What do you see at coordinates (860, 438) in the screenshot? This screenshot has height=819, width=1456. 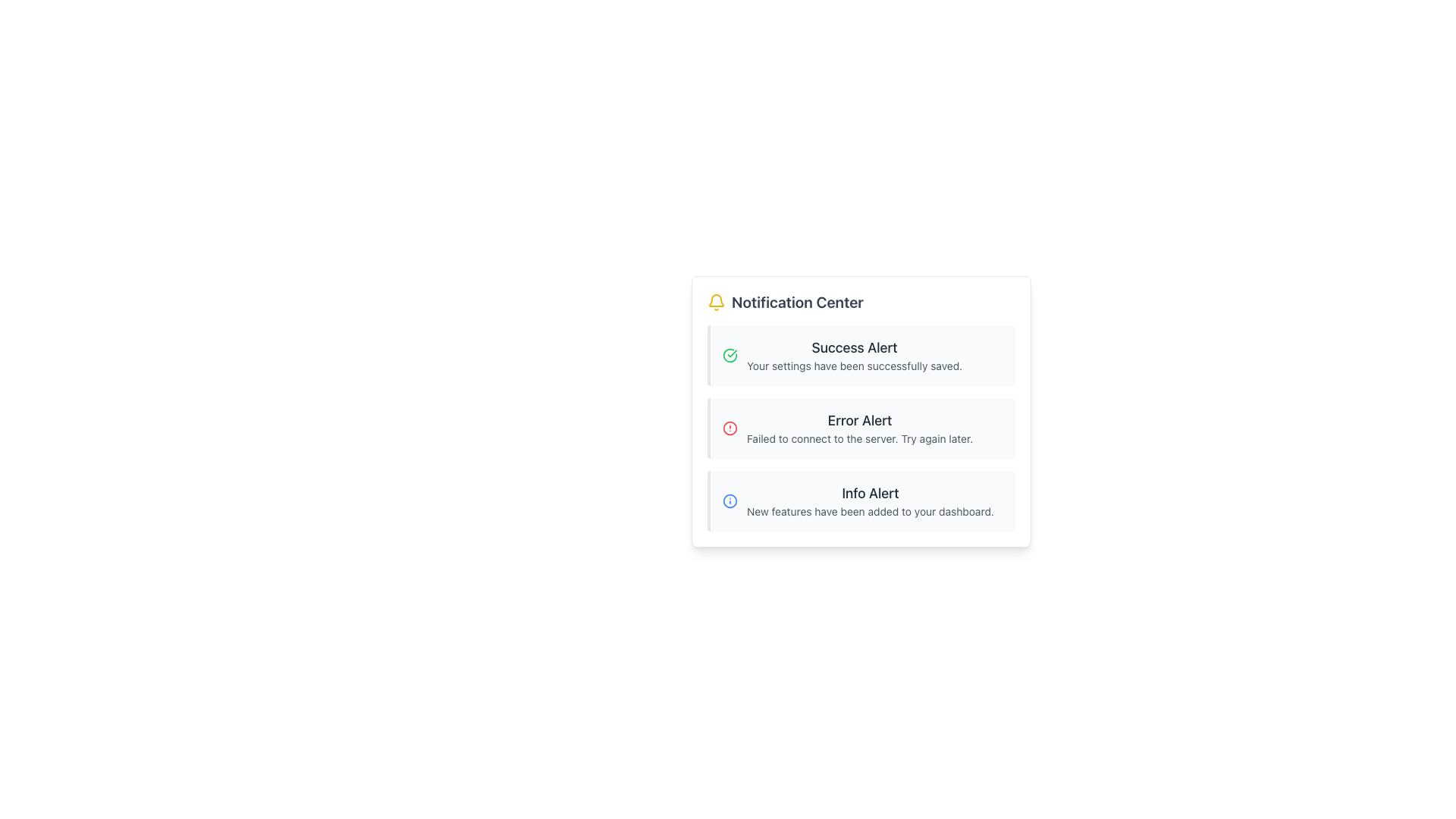 I see `error message displayed in the text label stating 'Failed to connect to the server. Try again later.' which is located beneath the 'Error Alert' header in the notification UI` at bounding box center [860, 438].